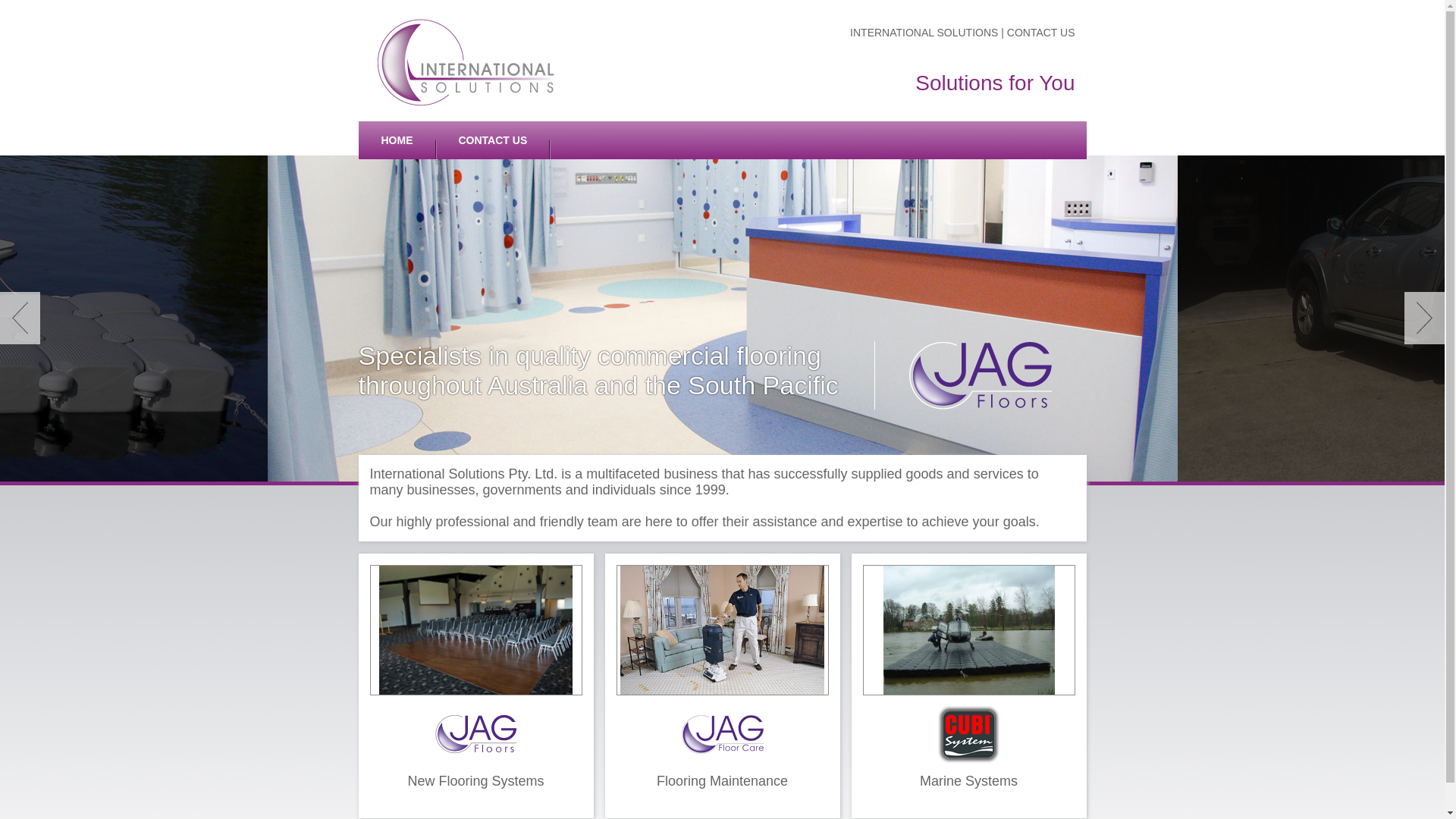 This screenshot has height=819, width=1456. What do you see at coordinates (924, 32) in the screenshot?
I see `'INTERNATIONAL SOLUTIONS'` at bounding box center [924, 32].